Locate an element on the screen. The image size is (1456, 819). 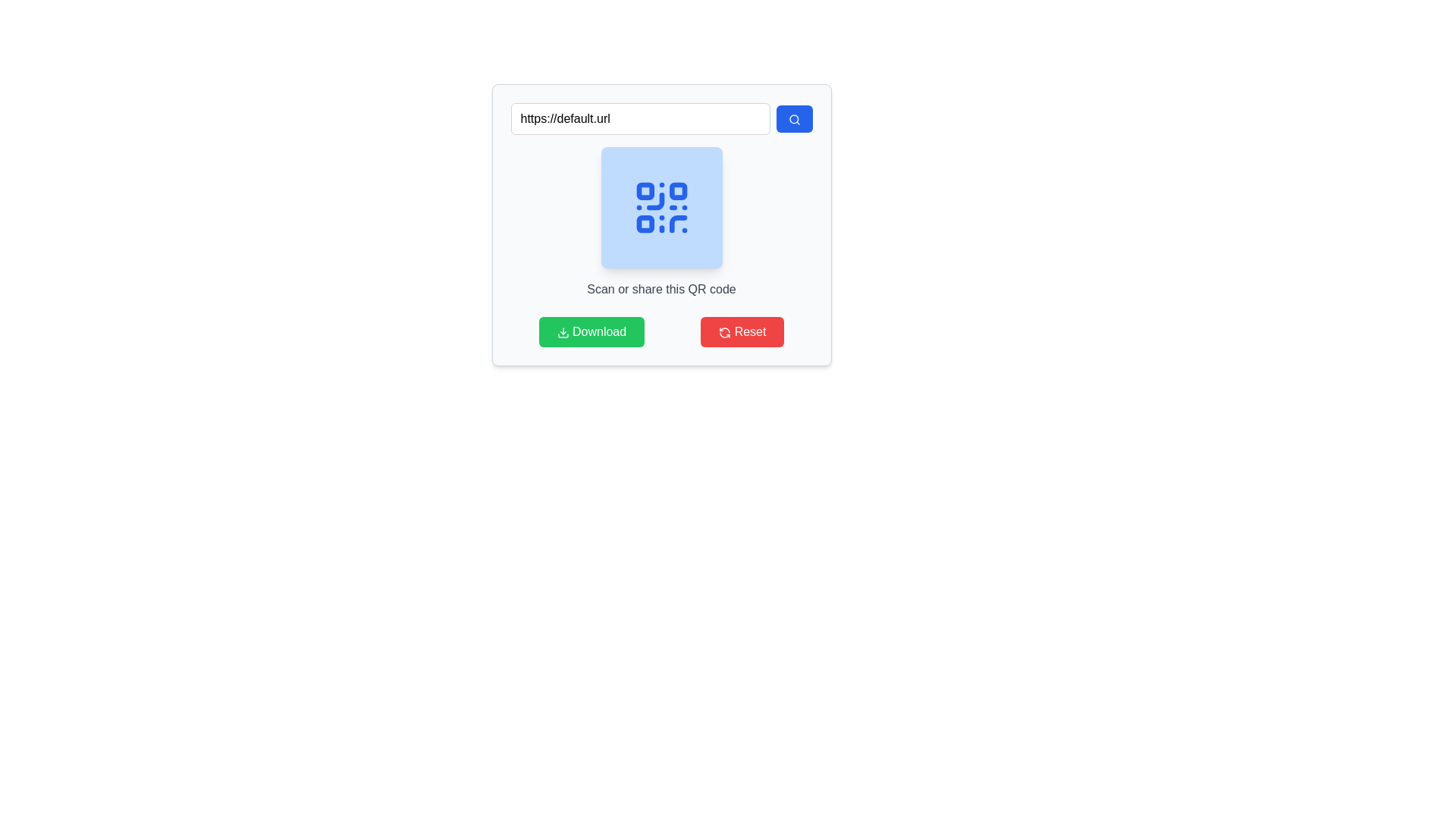
short curved line element of the QR code structure, which is colored blue and located in the lower right quadrant of the QR code graphic, using development tools is located at coordinates (677, 224).